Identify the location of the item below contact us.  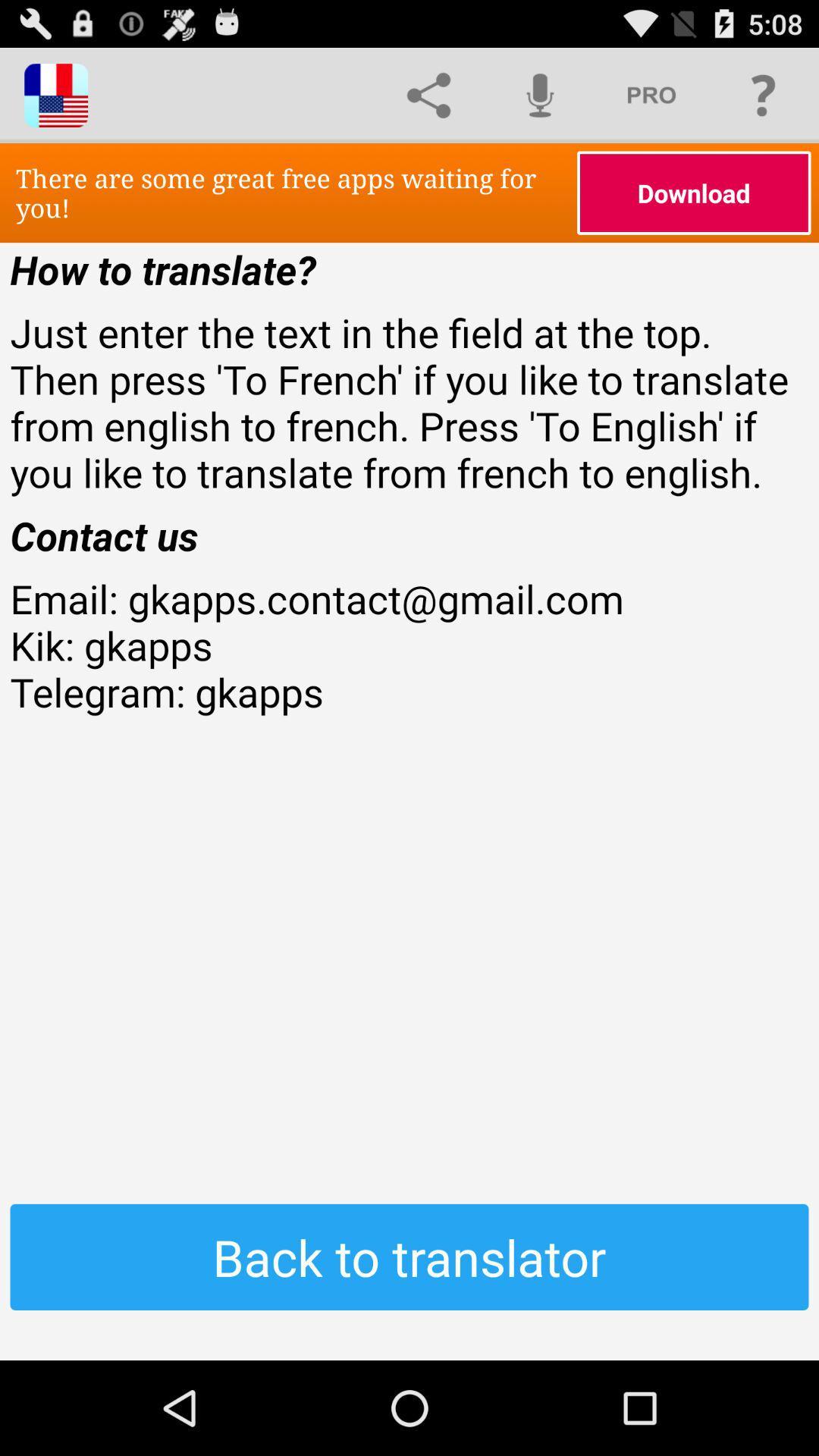
(409, 691).